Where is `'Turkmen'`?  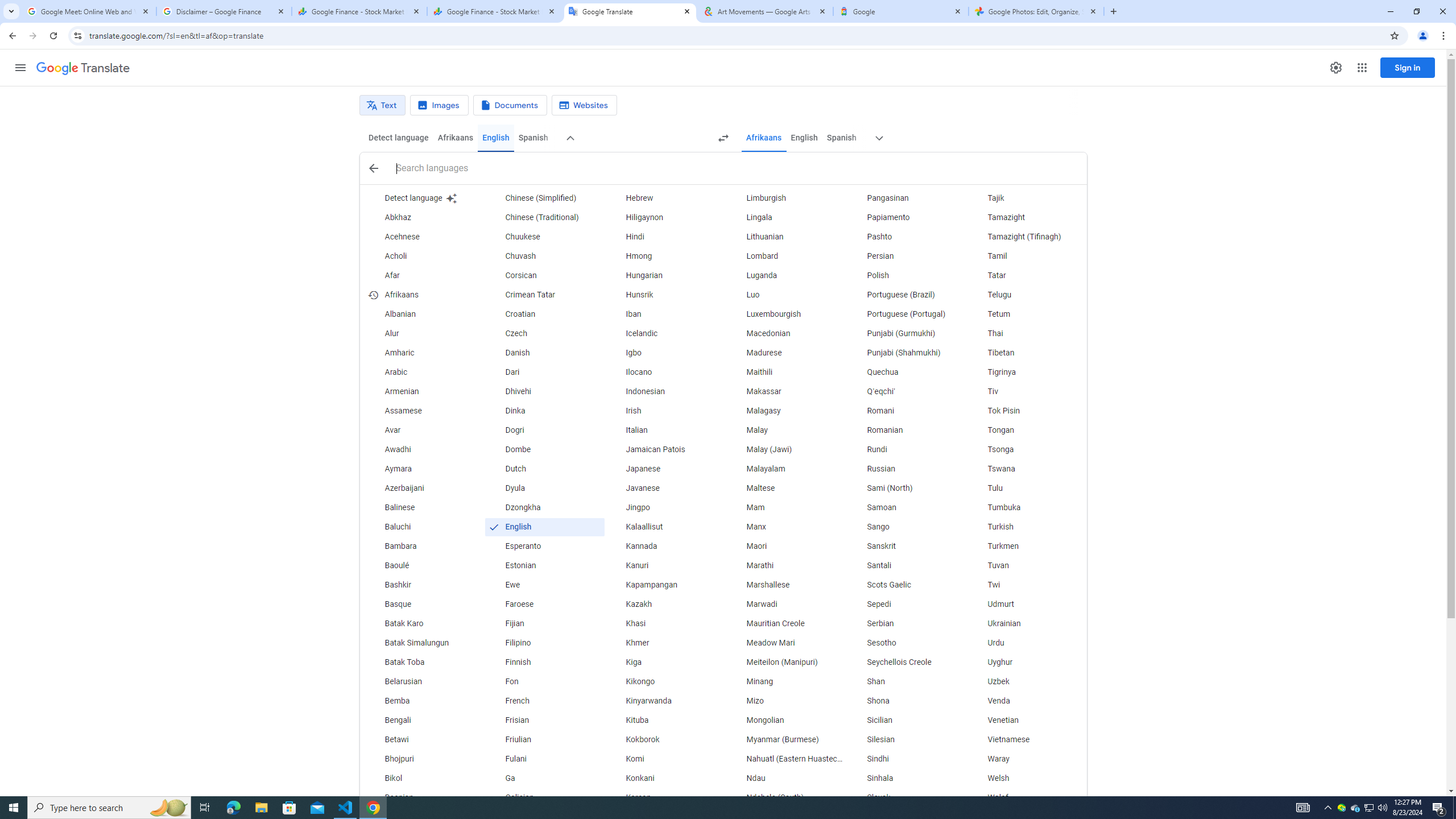 'Turkmen' is located at coordinates (1025, 546).